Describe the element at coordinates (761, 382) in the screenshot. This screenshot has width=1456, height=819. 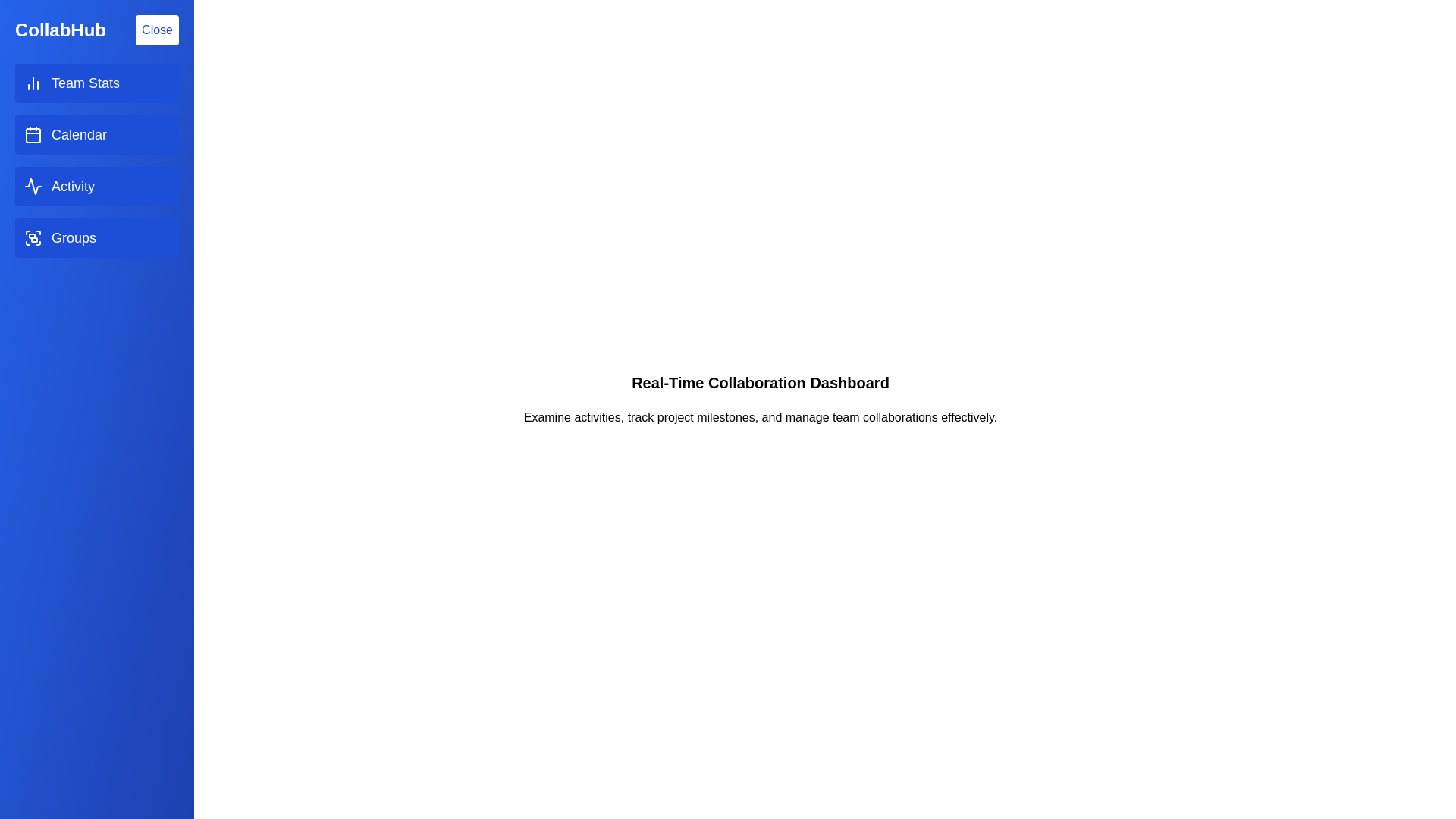
I see `the text 'Real-Time Collaboration Dashboard' in the main content area` at that location.